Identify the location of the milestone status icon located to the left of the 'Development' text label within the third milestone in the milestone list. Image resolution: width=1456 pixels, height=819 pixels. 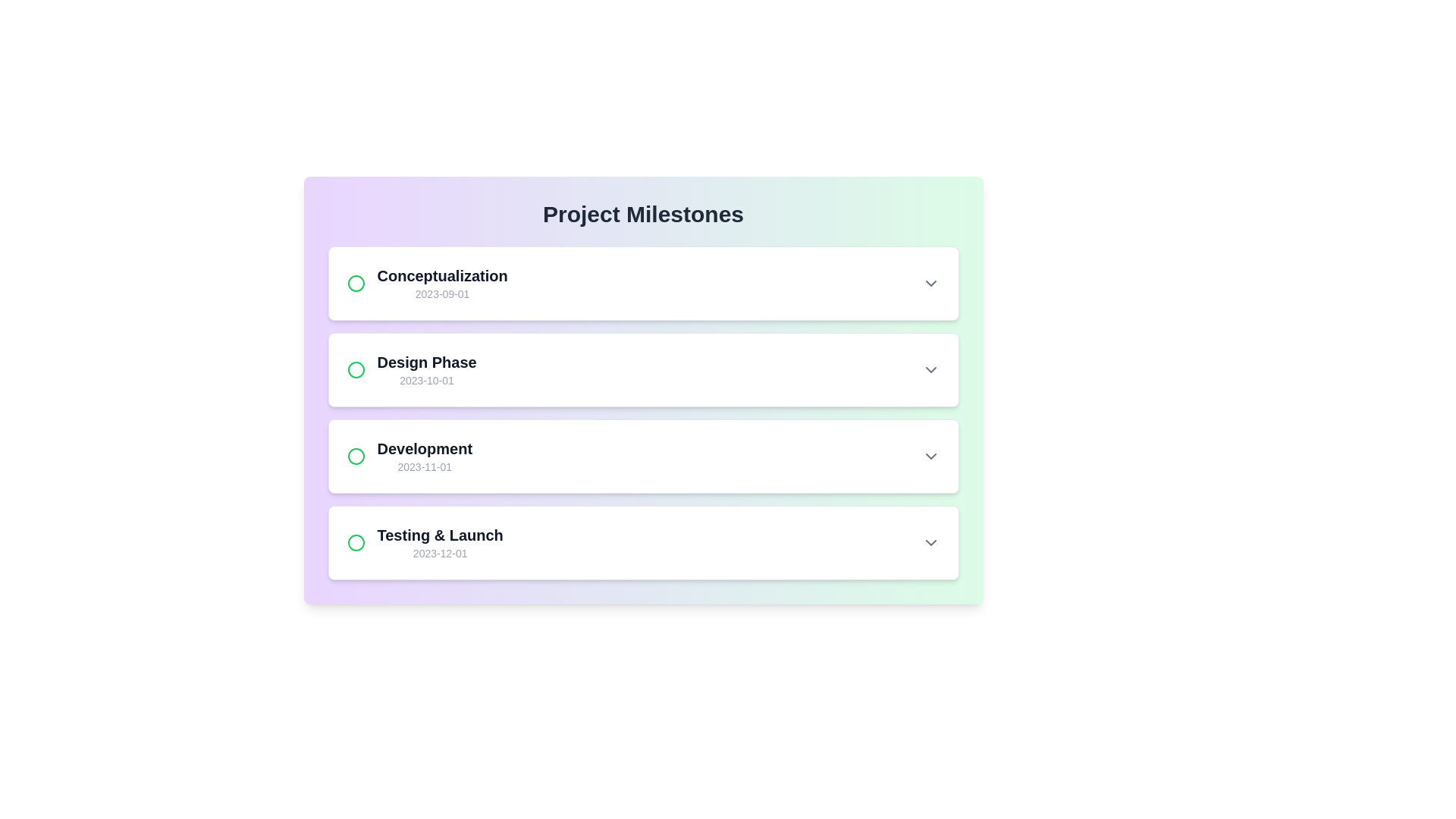
(355, 455).